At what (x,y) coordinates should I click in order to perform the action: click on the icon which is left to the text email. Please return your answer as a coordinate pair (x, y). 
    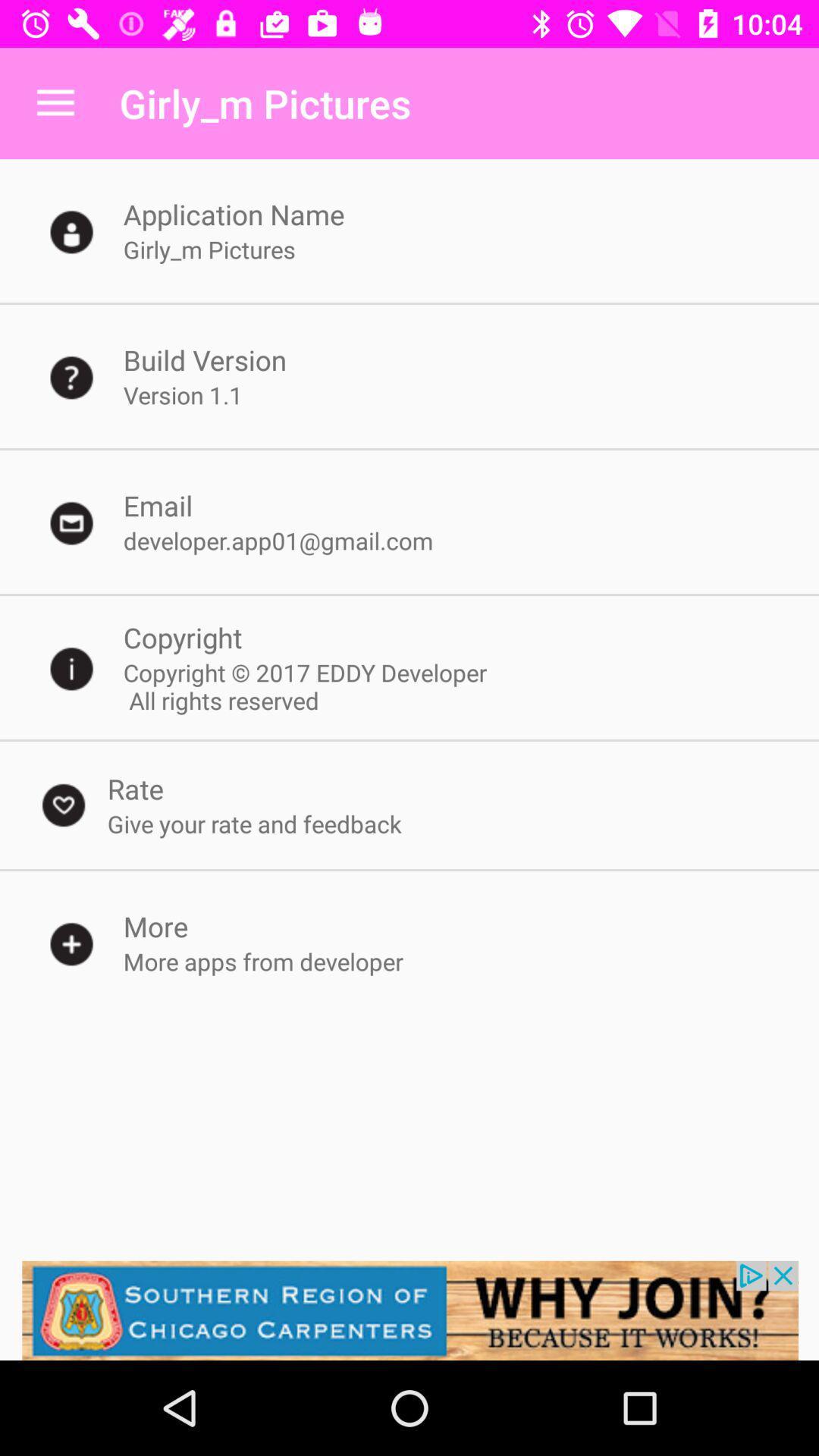
    Looking at the image, I should click on (72, 522).